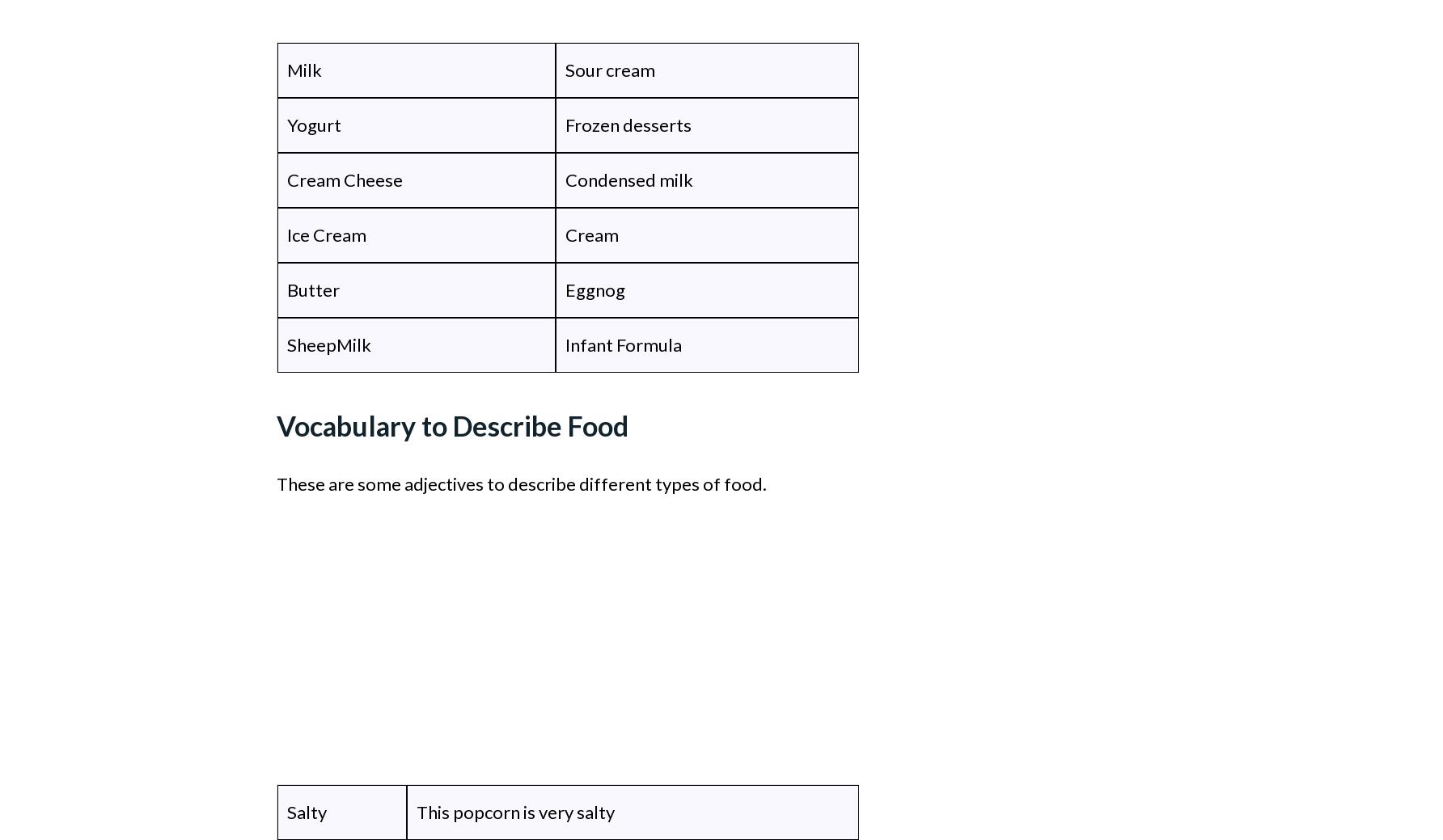 The height and width of the screenshot is (840, 1443). What do you see at coordinates (344, 179) in the screenshot?
I see `'Cream Cheese'` at bounding box center [344, 179].